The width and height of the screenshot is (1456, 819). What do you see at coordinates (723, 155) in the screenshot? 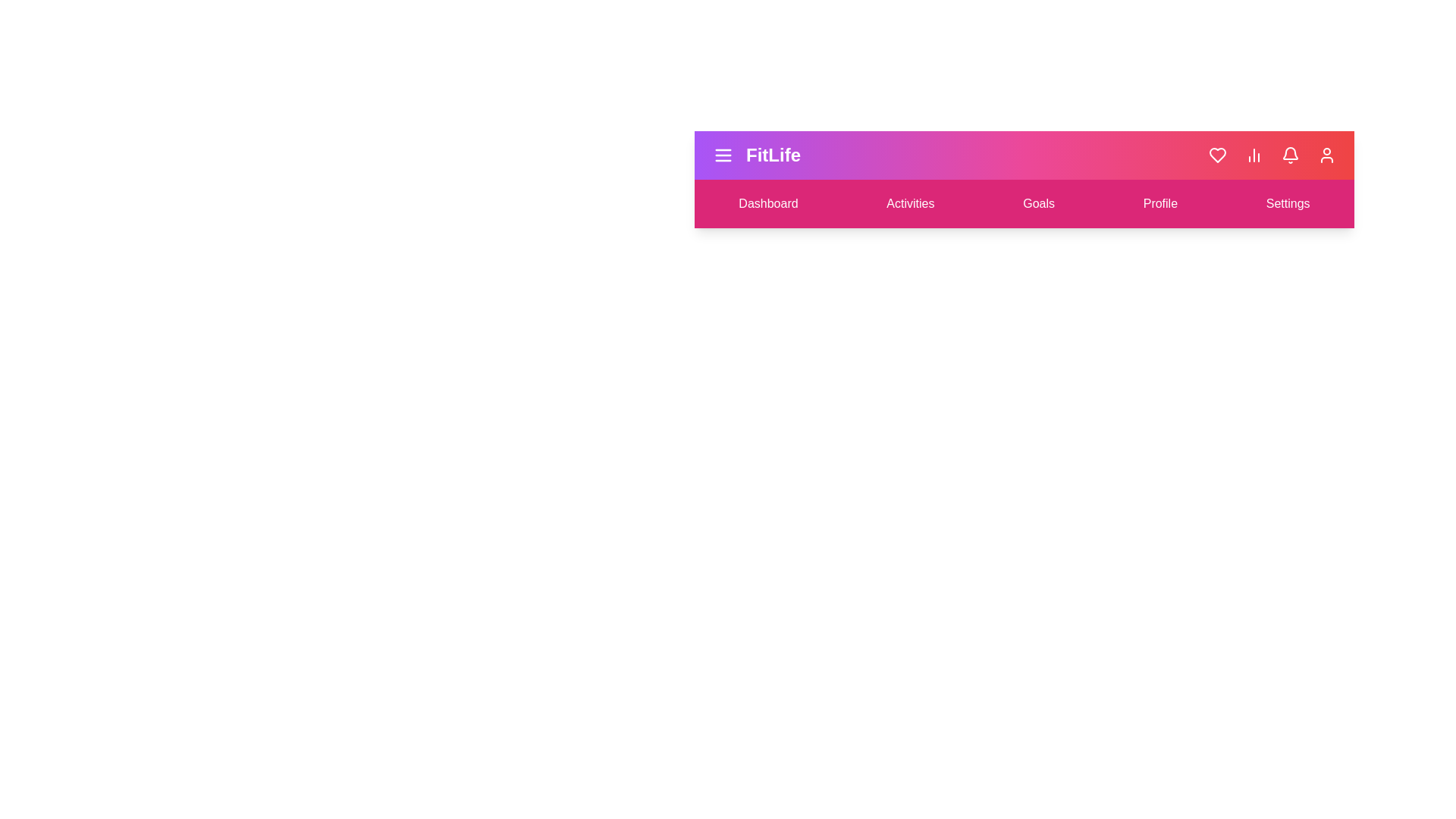
I see `the menu icon to toggle the menu visibility` at bounding box center [723, 155].